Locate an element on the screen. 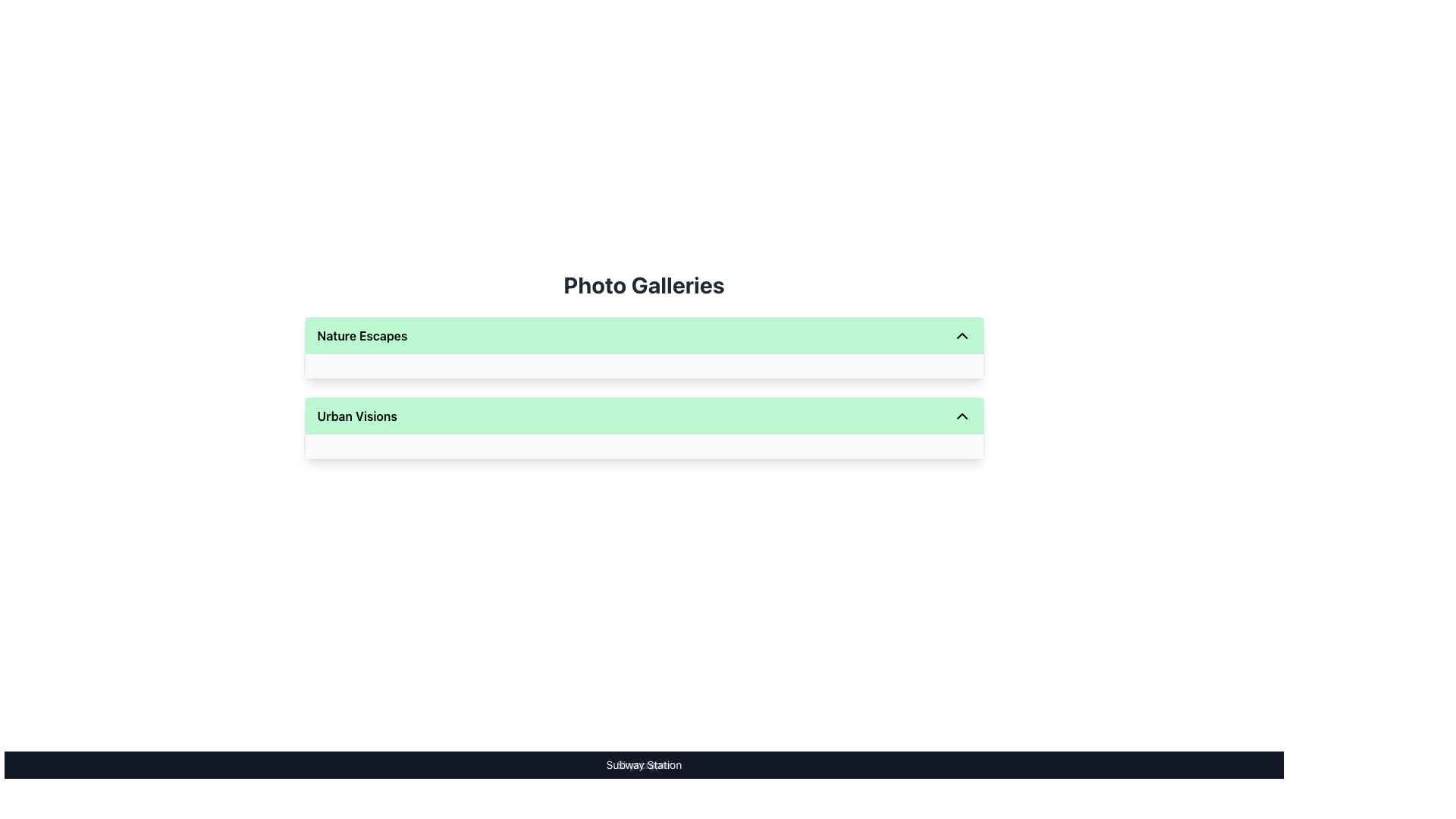 This screenshot has height=819, width=1456. the Collapsible Section Header labeled 'Urban Visions' with a green background and an upward-facing chevron icon, which is located beneath the heading 'Photo Galleries' is located at coordinates (644, 428).